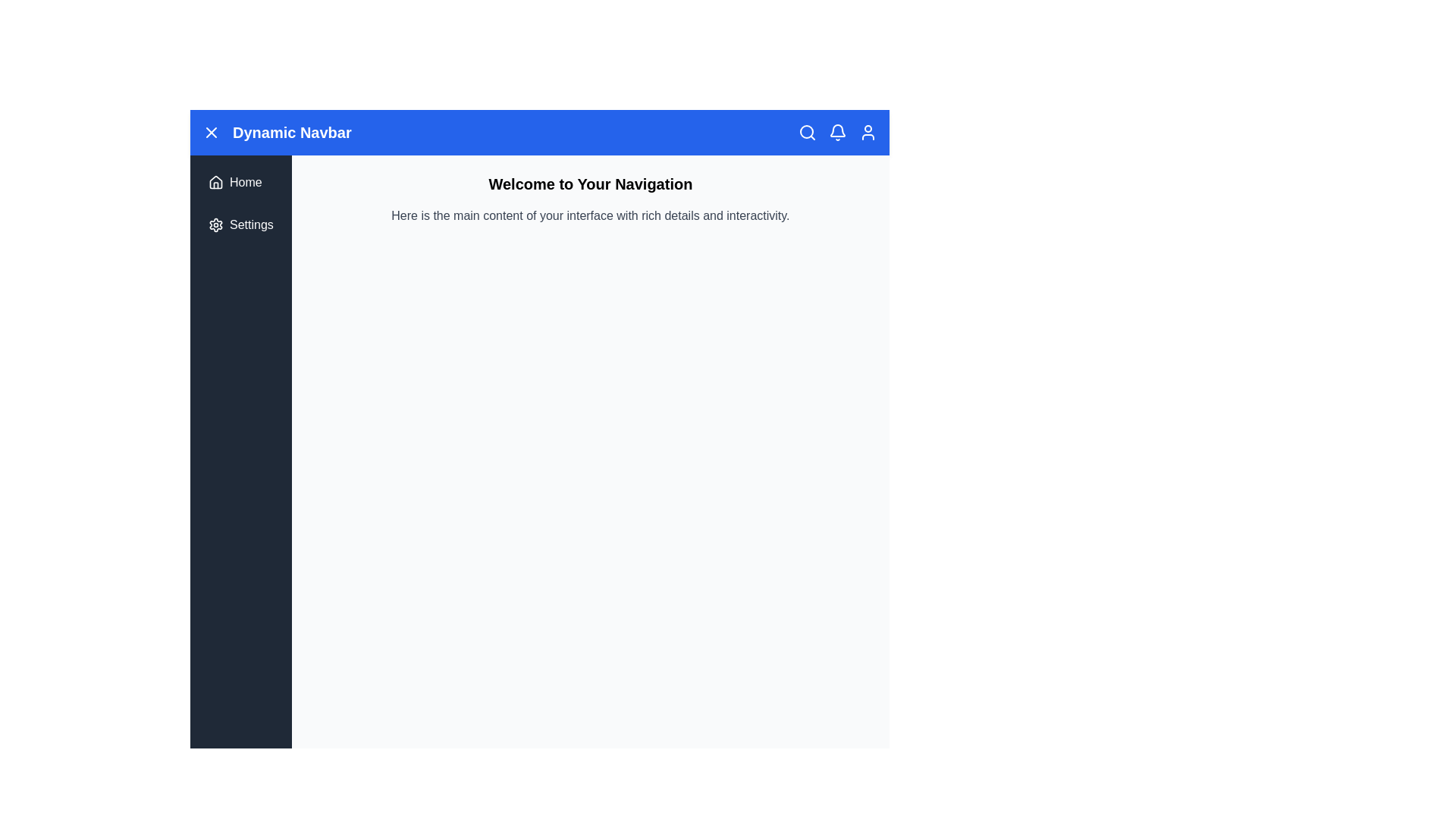  Describe the element at coordinates (836, 131) in the screenshot. I see `the bell icon located in the navigation bar, which is the second icon among three, serving as an indicator for notifications` at that location.